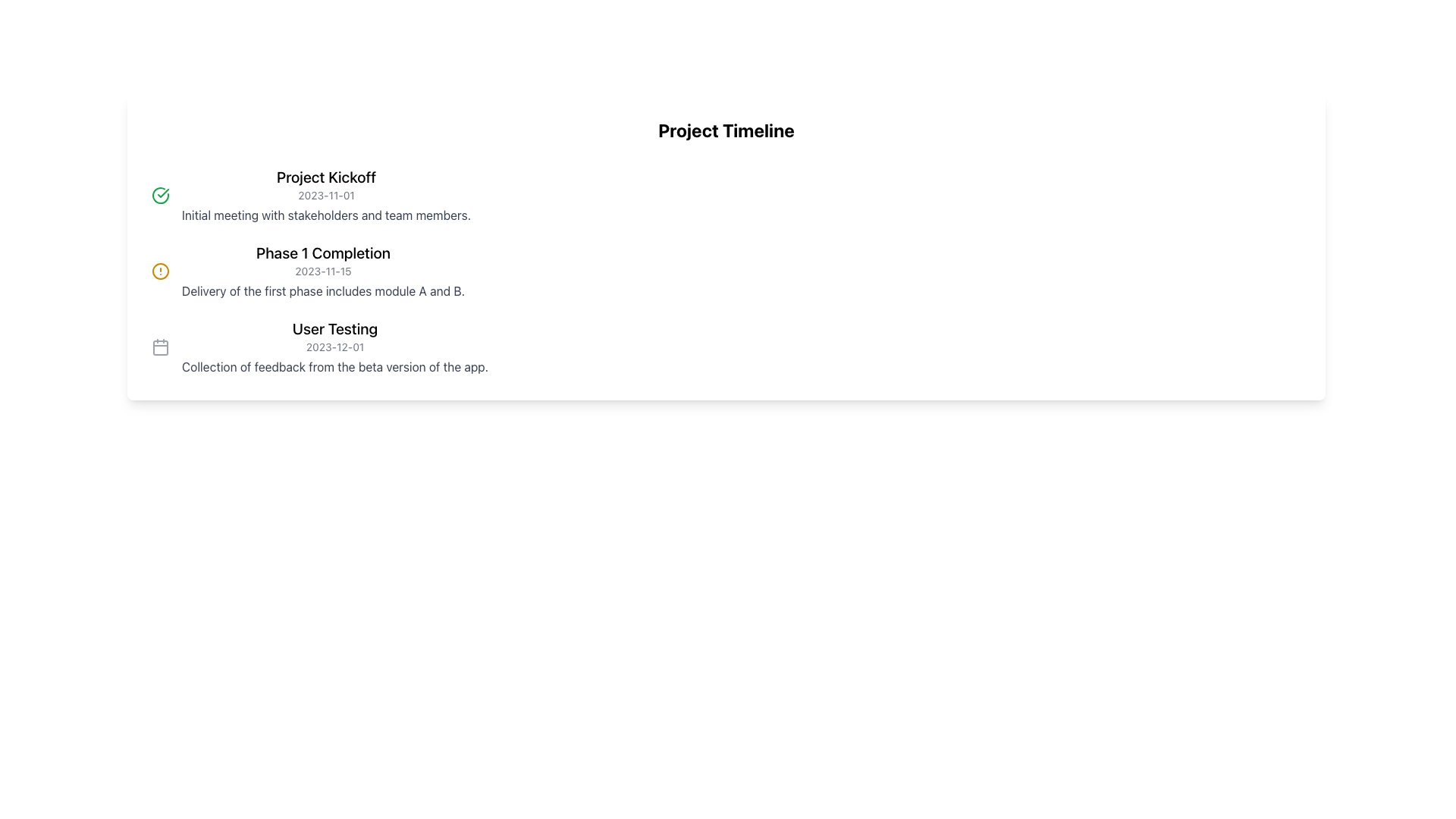  Describe the element at coordinates (322, 271) in the screenshot. I see `the text block containing the title 'Phase 1 Completion', which displays a date and a description below the title` at that location.